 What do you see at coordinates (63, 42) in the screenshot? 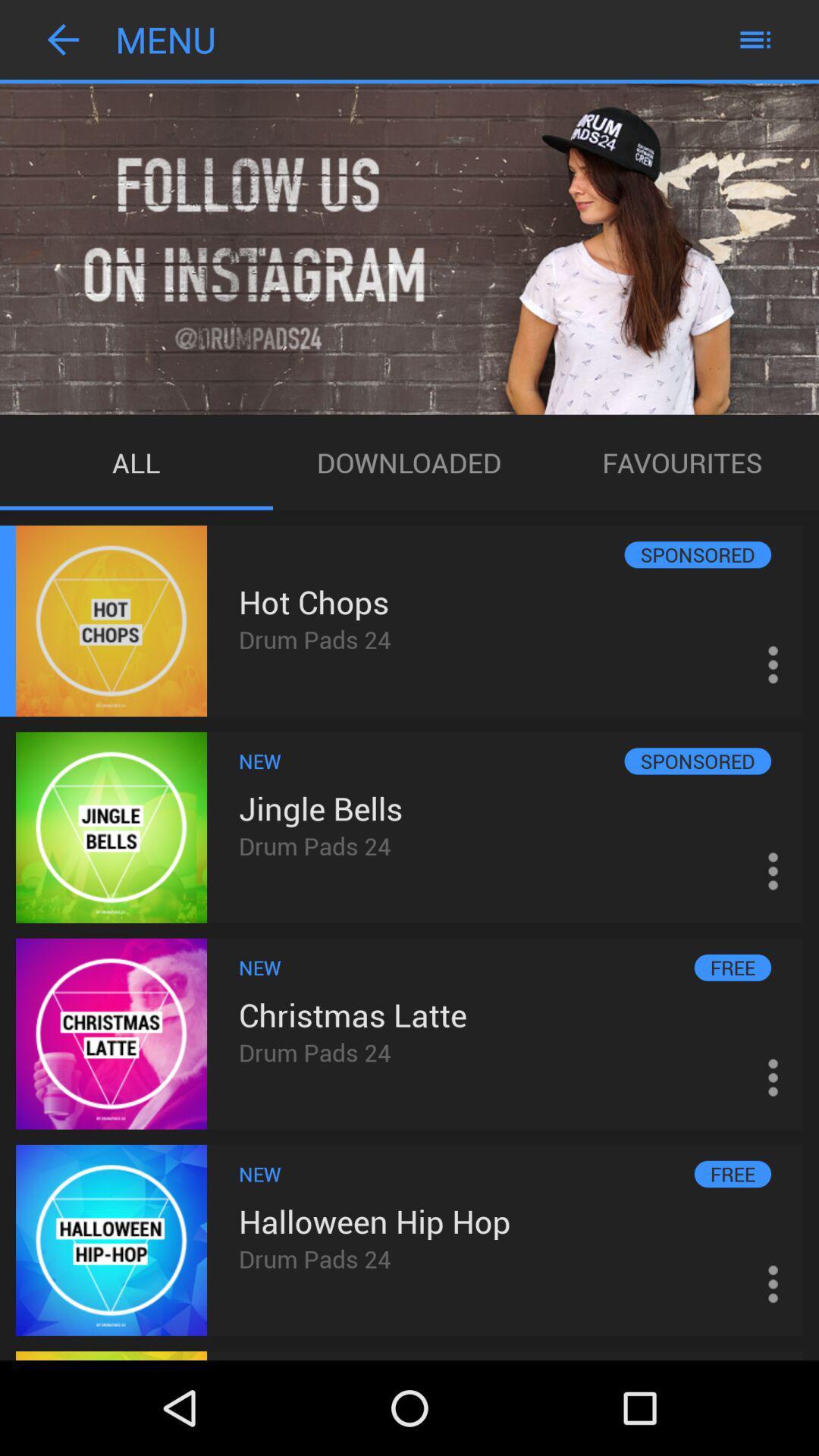
I see `the arrow_backward icon` at bounding box center [63, 42].